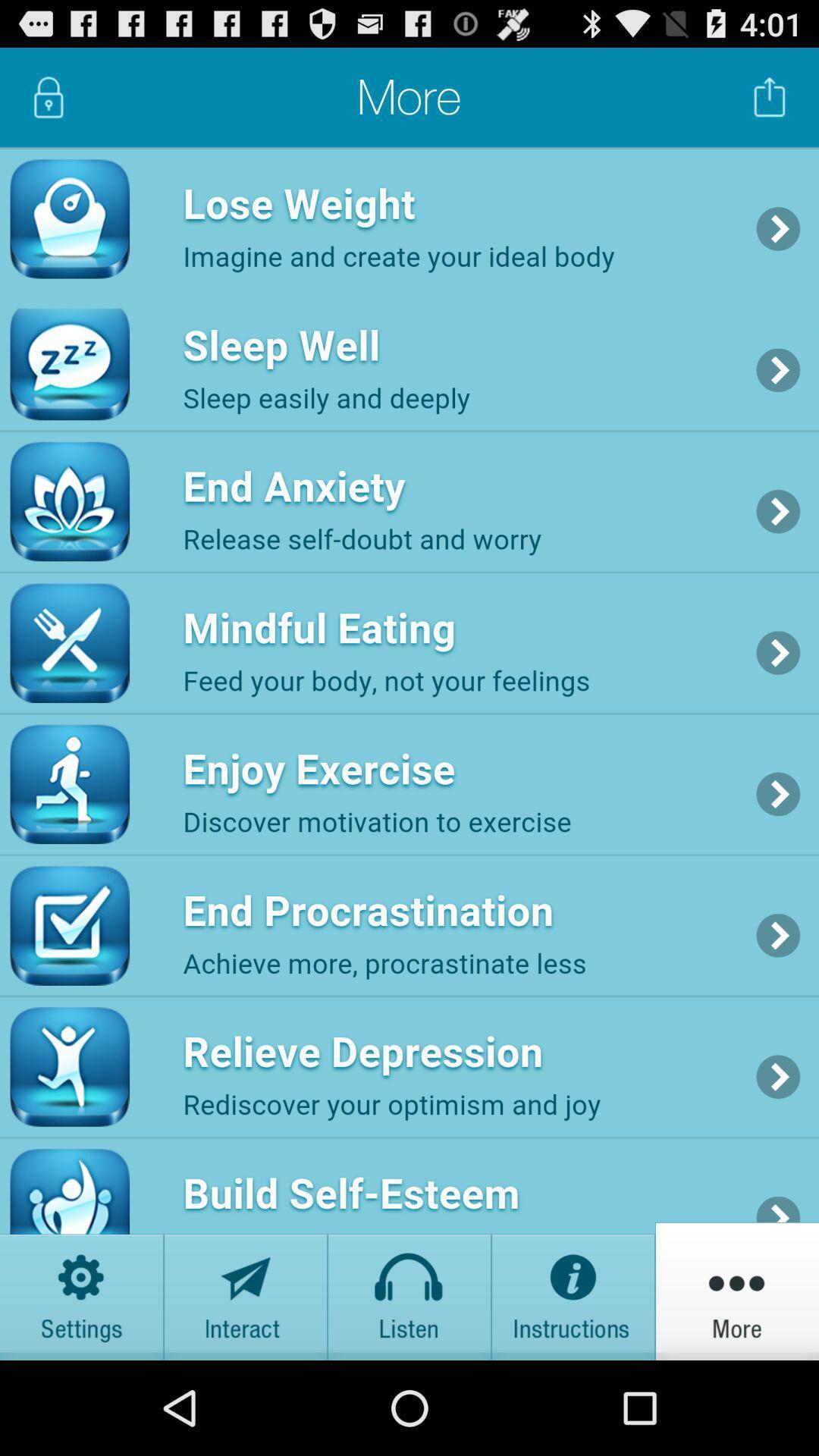 Image resolution: width=819 pixels, height=1456 pixels. What do you see at coordinates (245, 1290) in the screenshot?
I see `interact button` at bounding box center [245, 1290].